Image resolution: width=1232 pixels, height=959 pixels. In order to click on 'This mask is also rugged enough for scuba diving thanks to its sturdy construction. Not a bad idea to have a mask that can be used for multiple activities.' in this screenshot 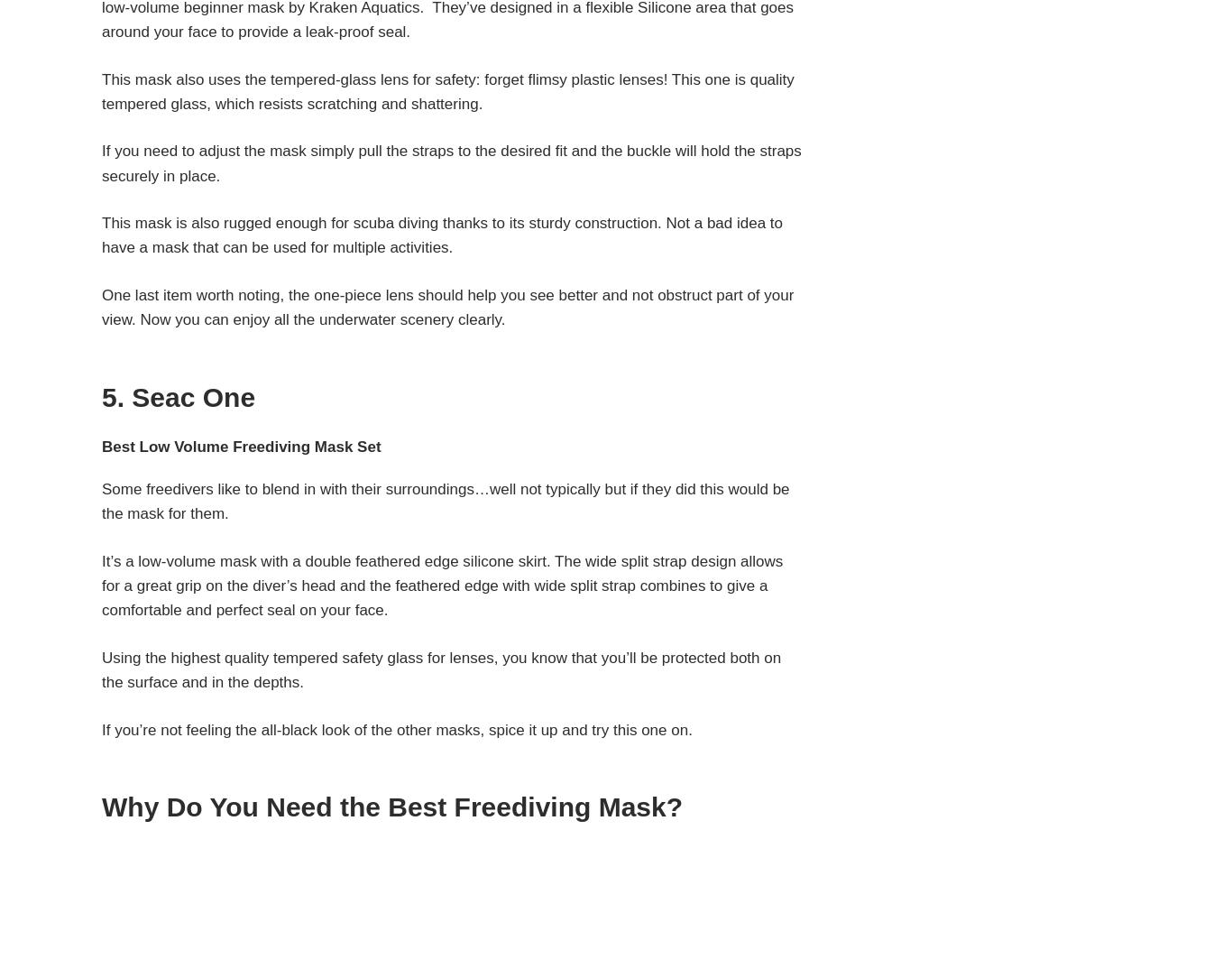, I will do `click(442, 235)`.